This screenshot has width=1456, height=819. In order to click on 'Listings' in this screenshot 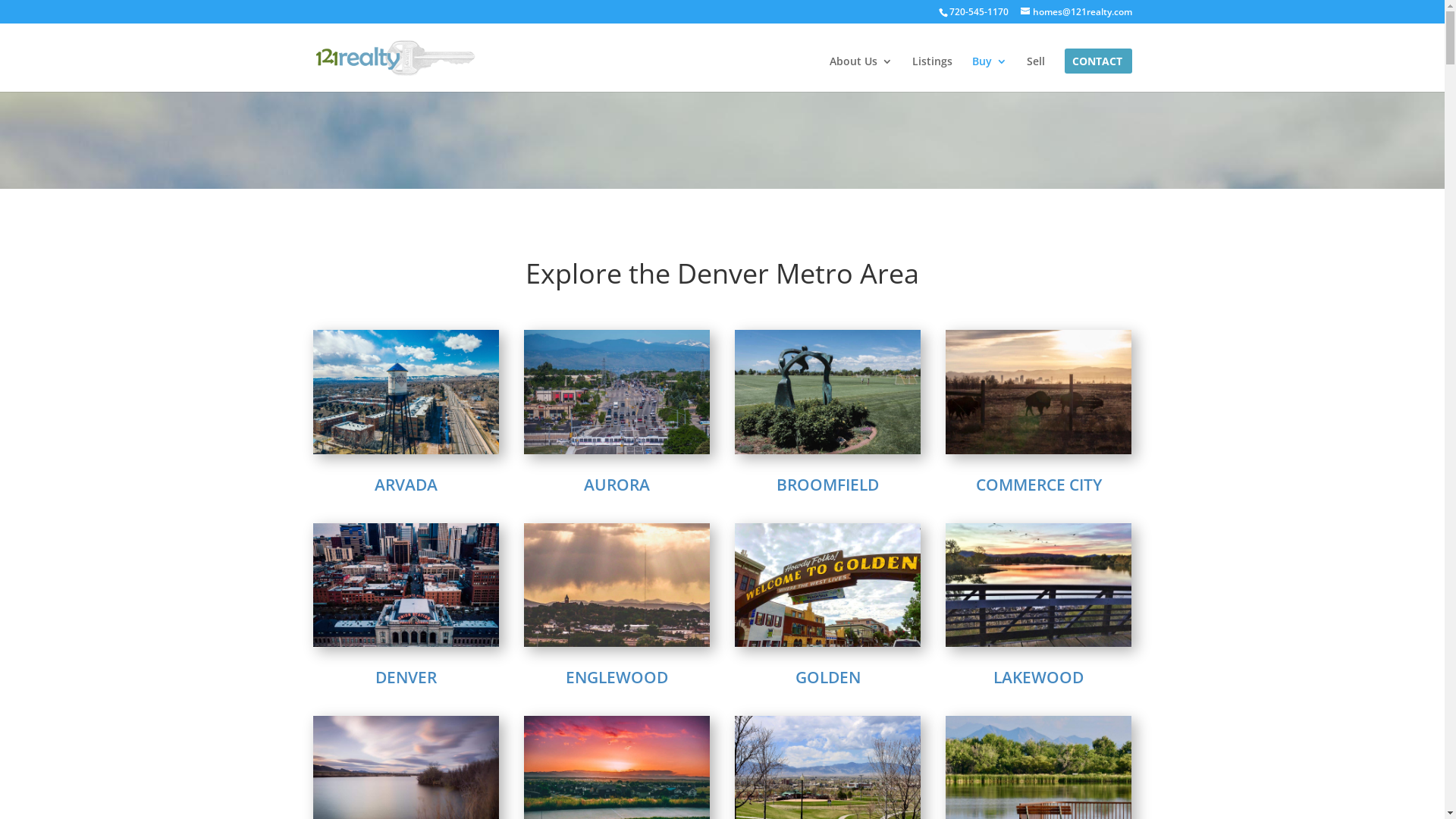, I will do `click(910, 74)`.